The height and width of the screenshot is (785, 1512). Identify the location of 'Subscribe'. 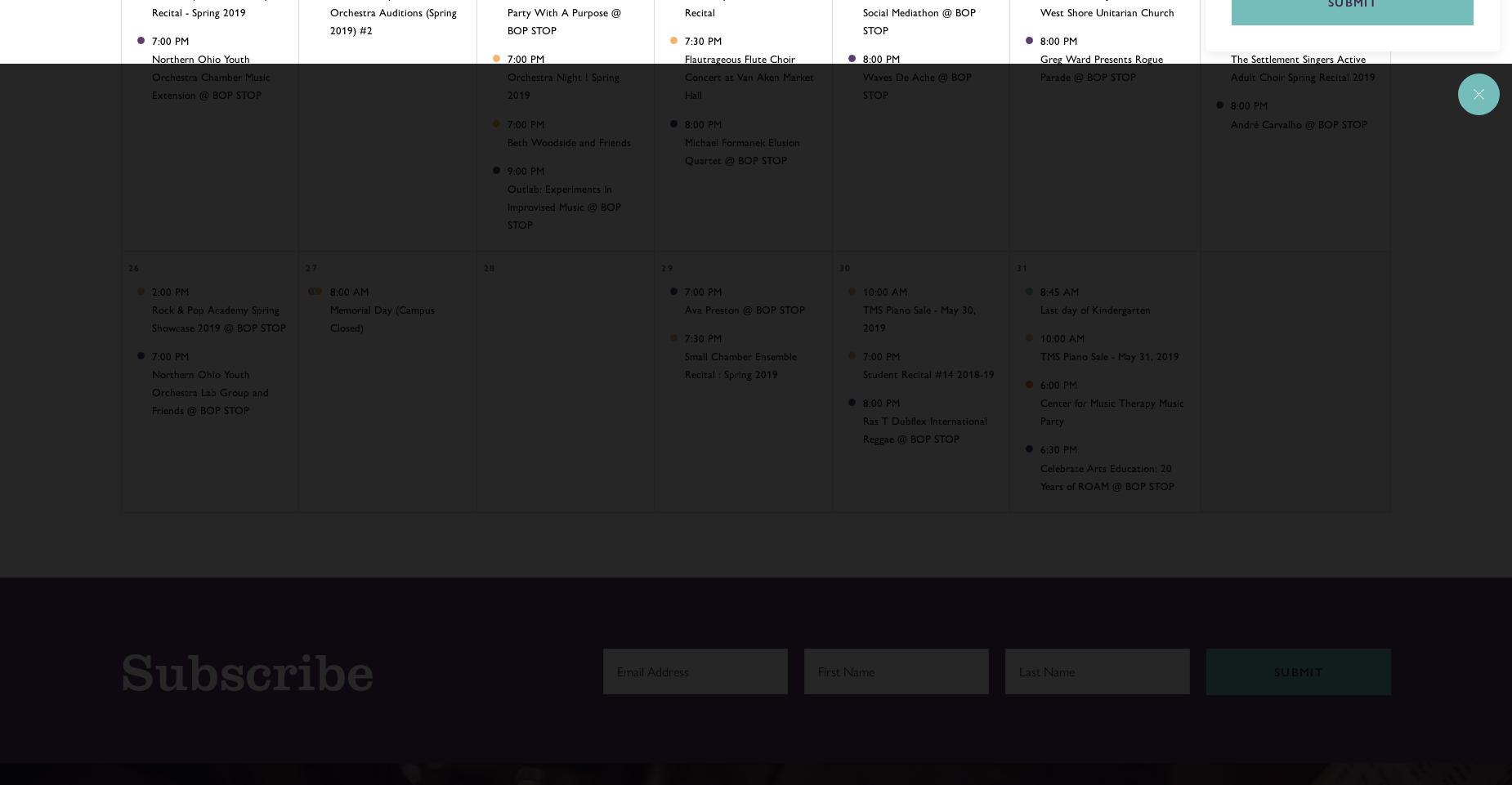
(247, 670).